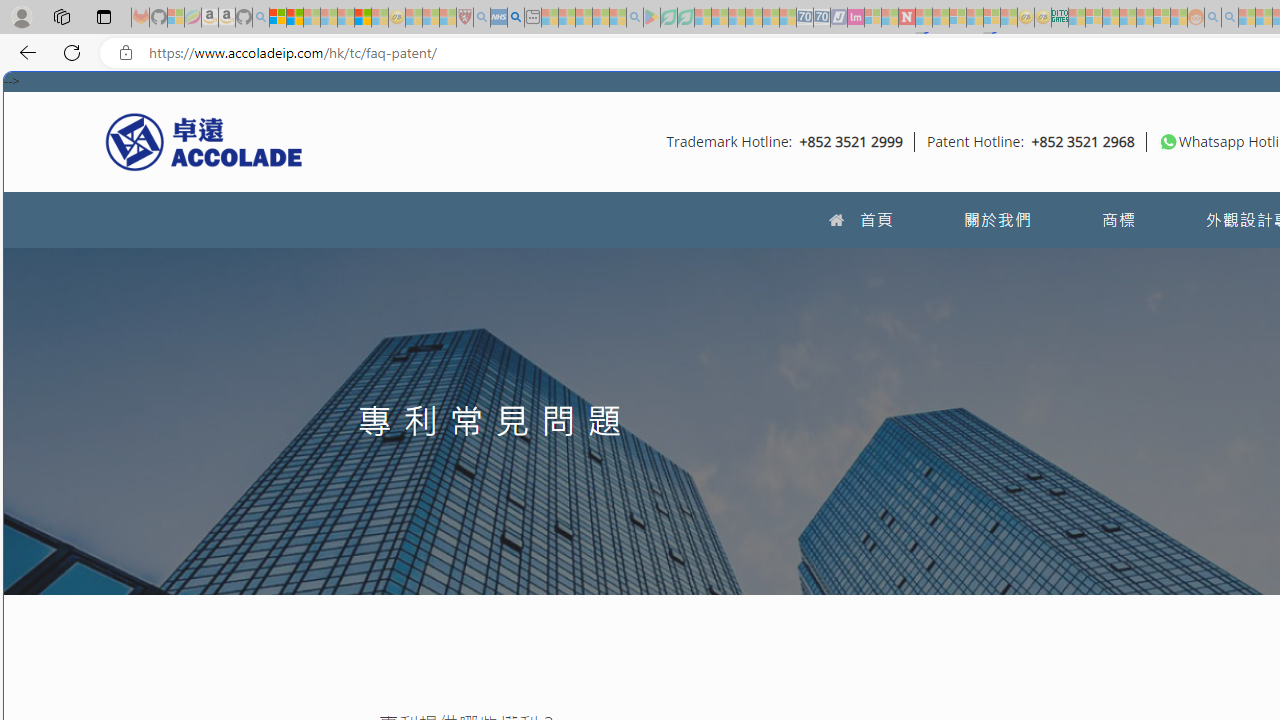 Image resolution: width=1280 pixels, height=720 pixels. What do you see at coordinates (515, 17) in the screenshot?
I see `'utah sues federal government - Search'` at bounding box center [515, 17].